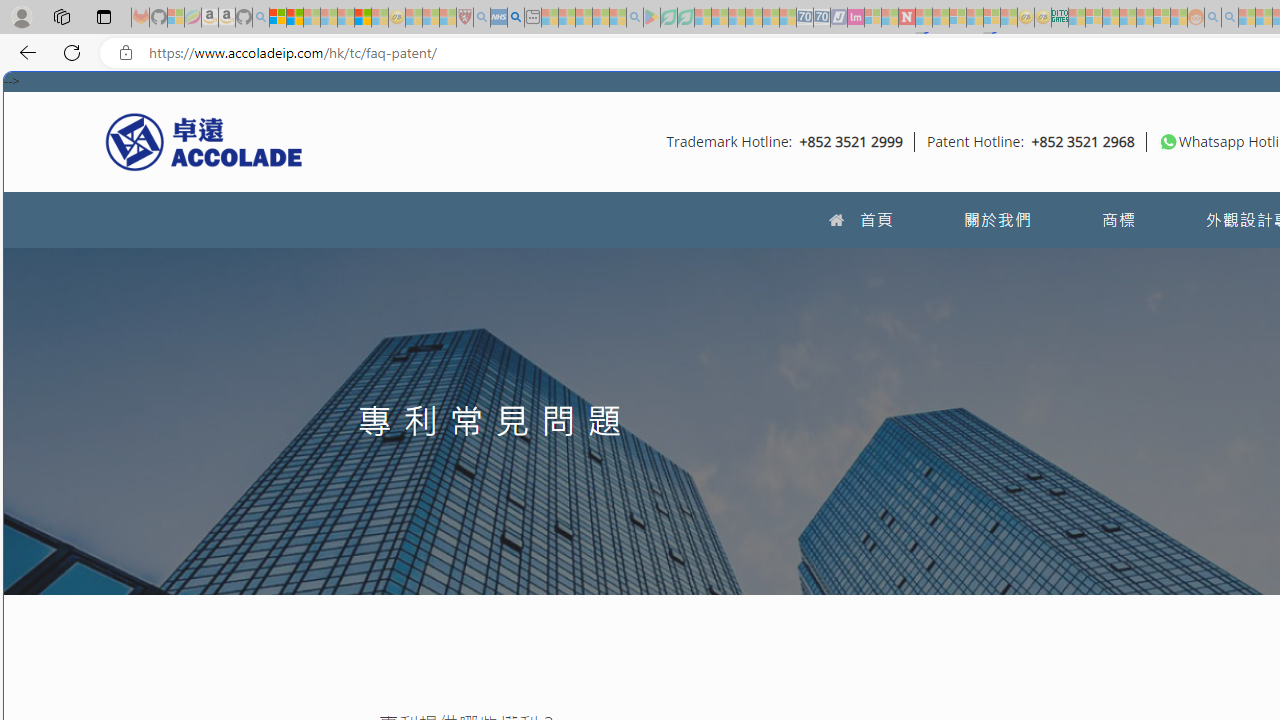 Image resolution: width=1280 pixels, height=720 pixels. What do you see at coordinates (515, 17) in the screenshot?
I see `'utah sues federal government - Search'` at bounding box center [515, 17].